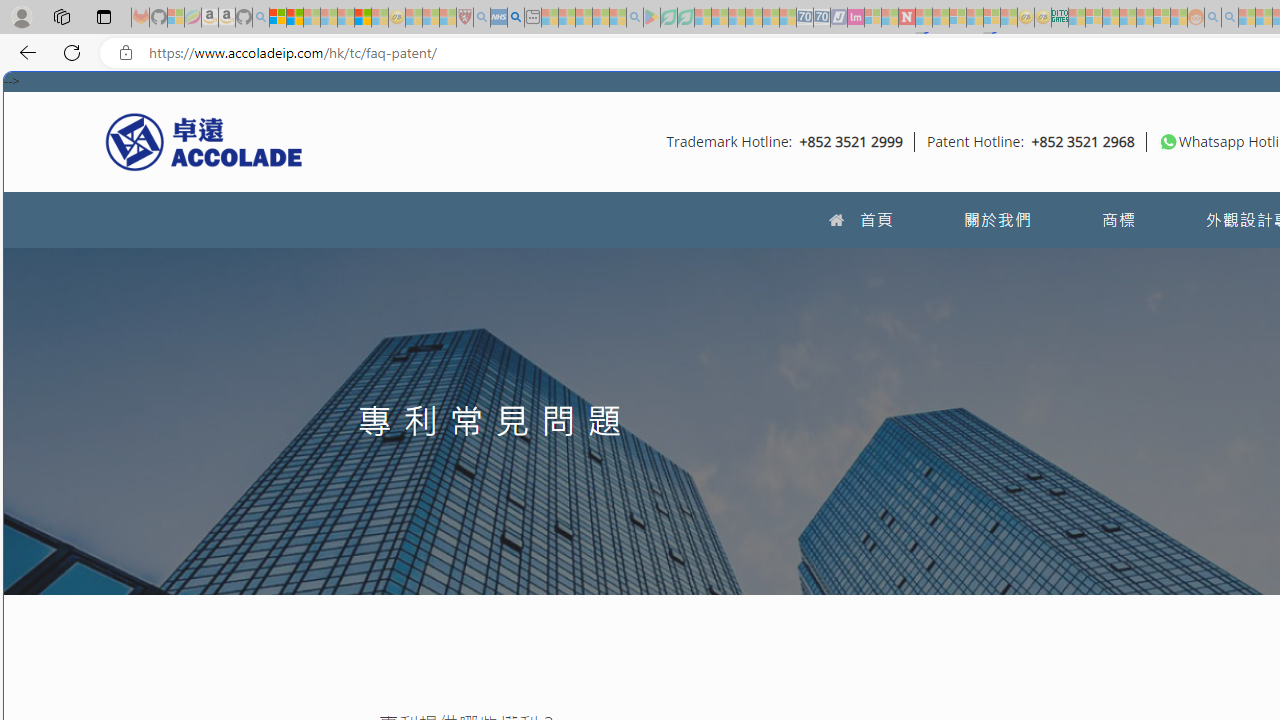 Image resolution: width=1280 pixels, height=720 pixels. What do you see at coordinates (515, 17) in the screenshot?
I see `'utah sues federal government - Search'` at bounding box center [515, 17].